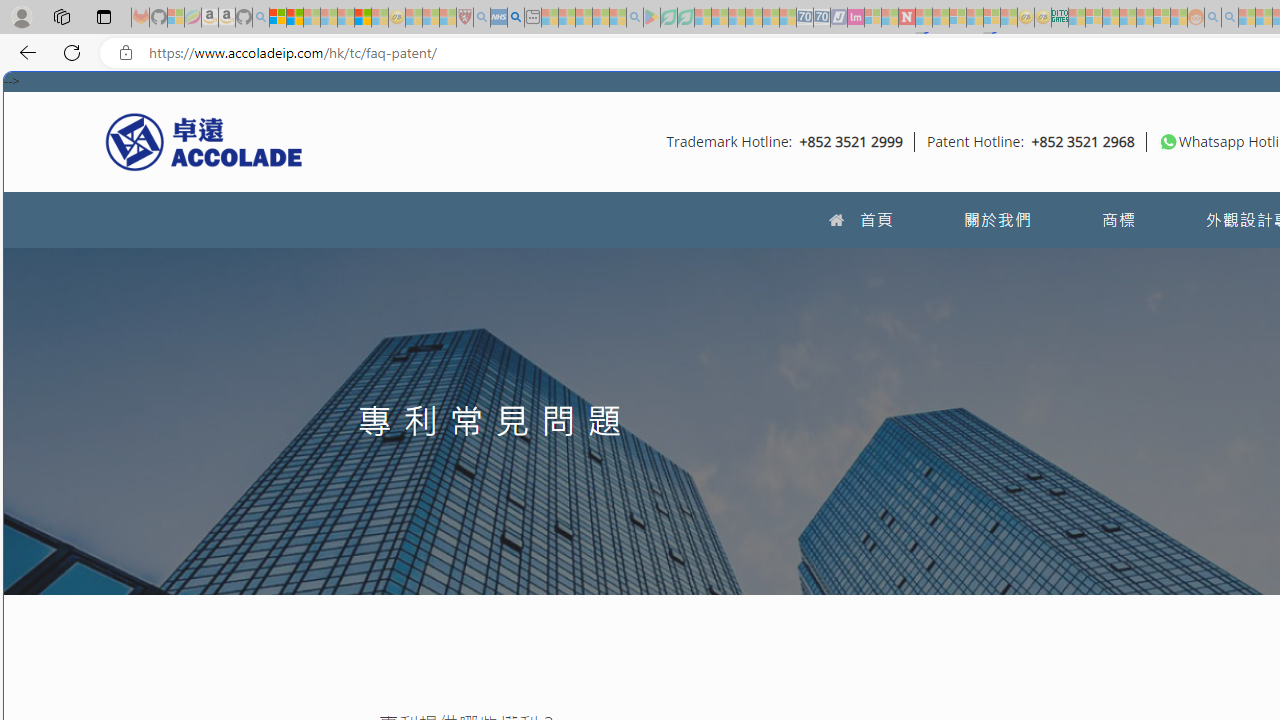 Image resolution: width=1280 pixels, height=720 pixels. What do you see at coordinates (515, 17) in the screenshot?
I see `'utah sues federal government - Search'` at bounding box center [515, 17].